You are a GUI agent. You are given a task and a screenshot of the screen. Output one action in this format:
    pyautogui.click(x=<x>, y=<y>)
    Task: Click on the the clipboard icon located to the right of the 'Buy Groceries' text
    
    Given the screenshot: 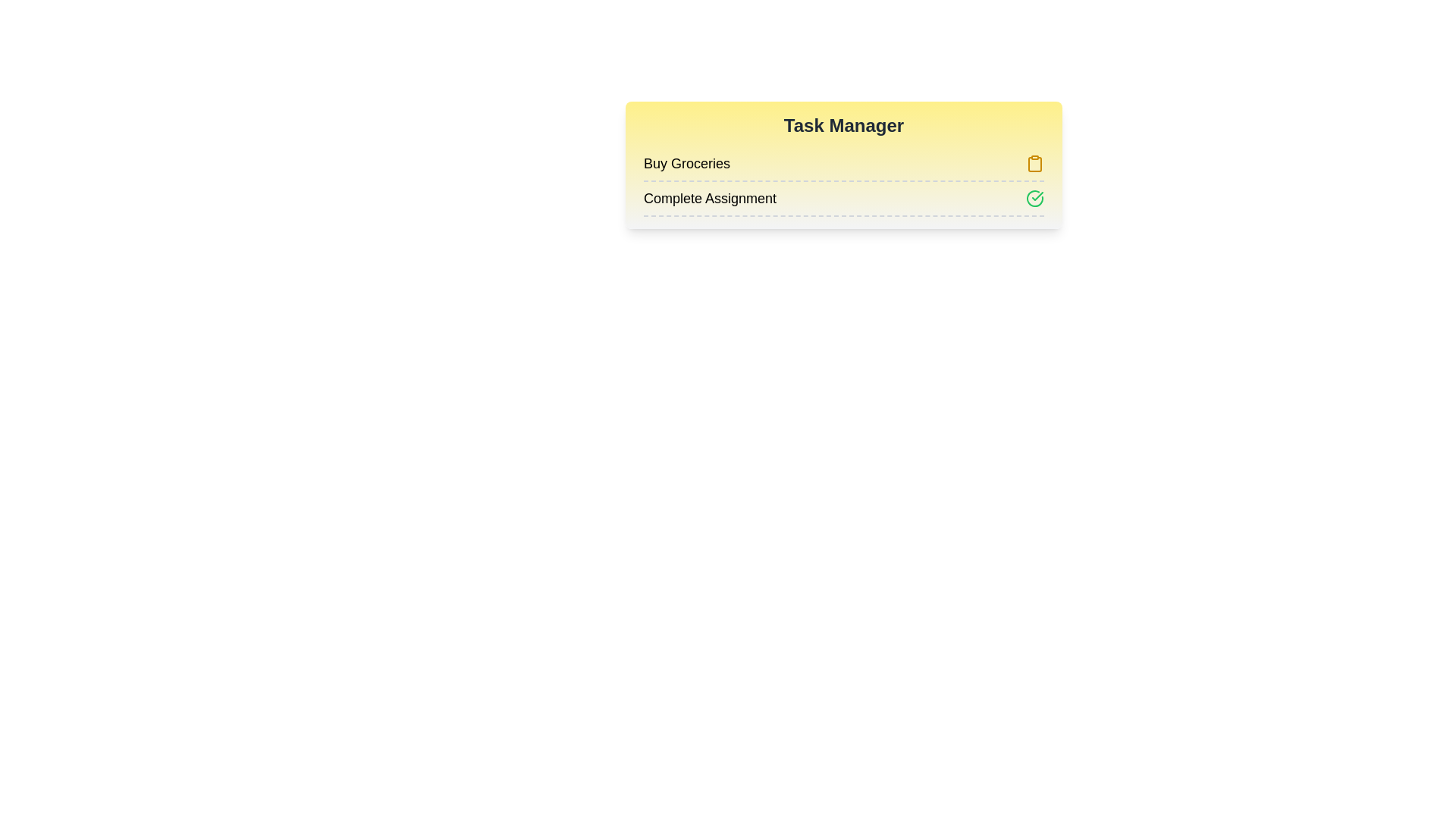 What is the action you would take?
    pyautogui.click(x=1034, y=164)
    